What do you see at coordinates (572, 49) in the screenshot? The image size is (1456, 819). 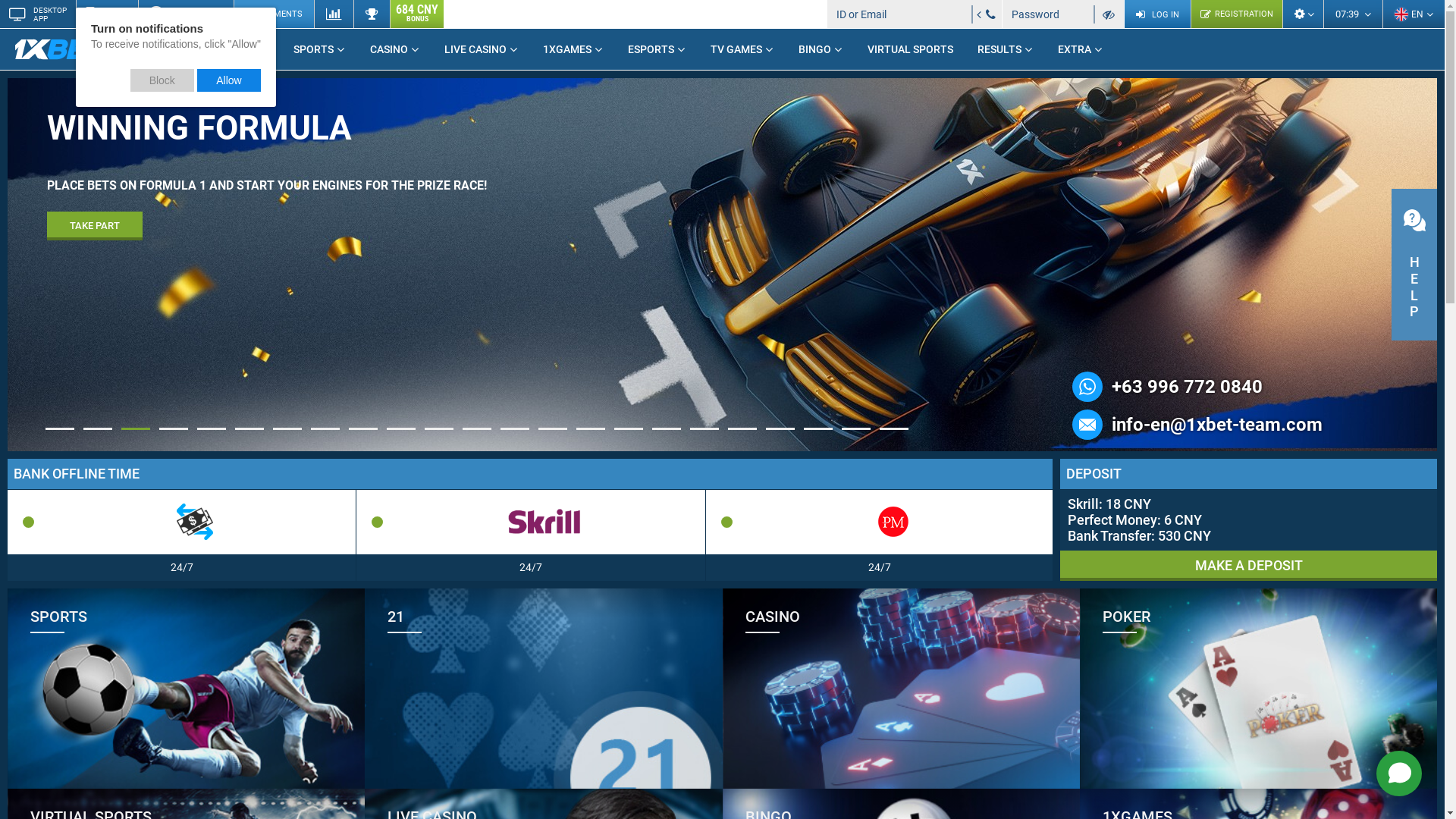 I see `'1XGAMES'` at bounding box center [572, 49].